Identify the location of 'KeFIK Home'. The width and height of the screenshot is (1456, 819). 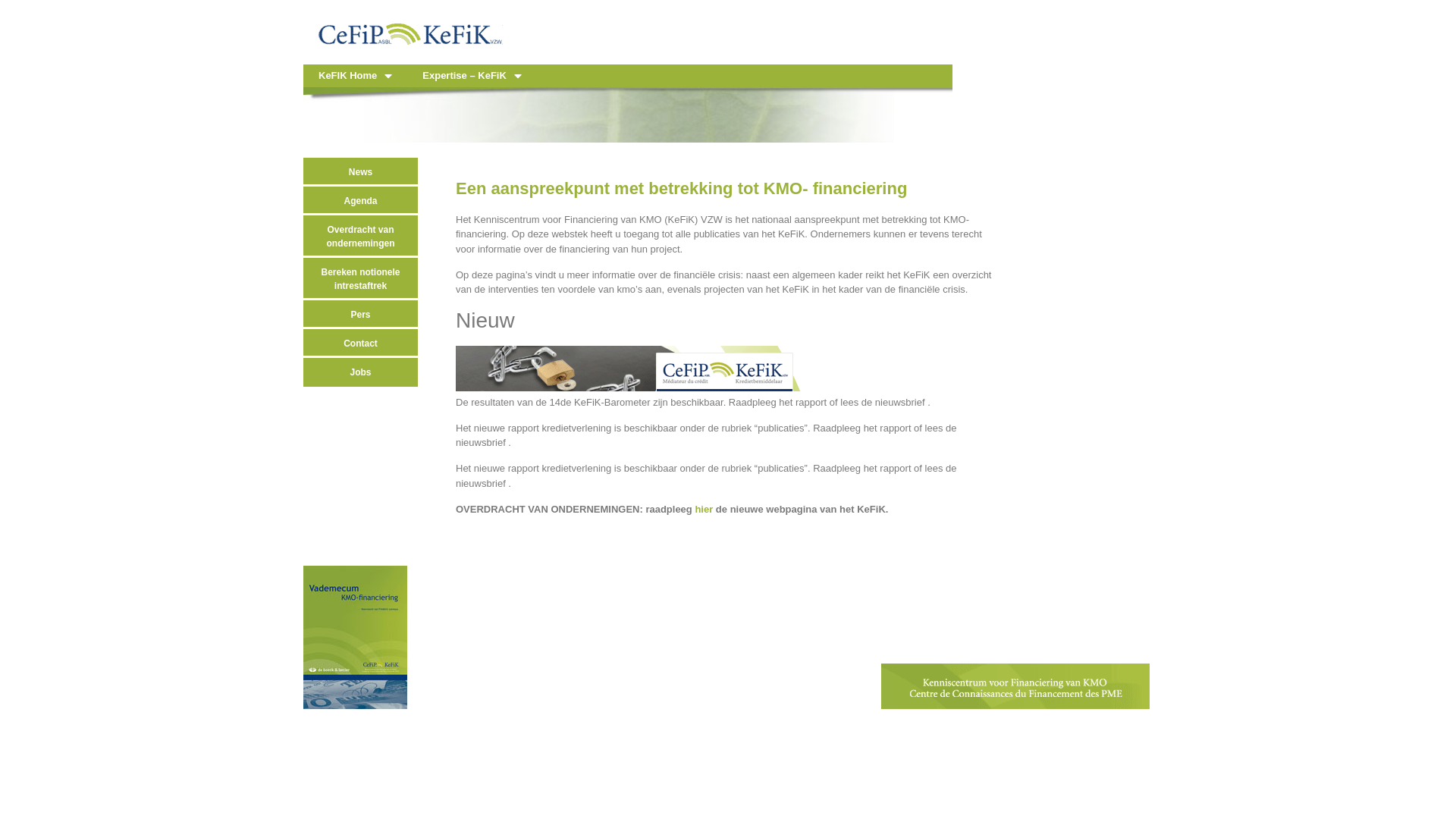
(354, 76).